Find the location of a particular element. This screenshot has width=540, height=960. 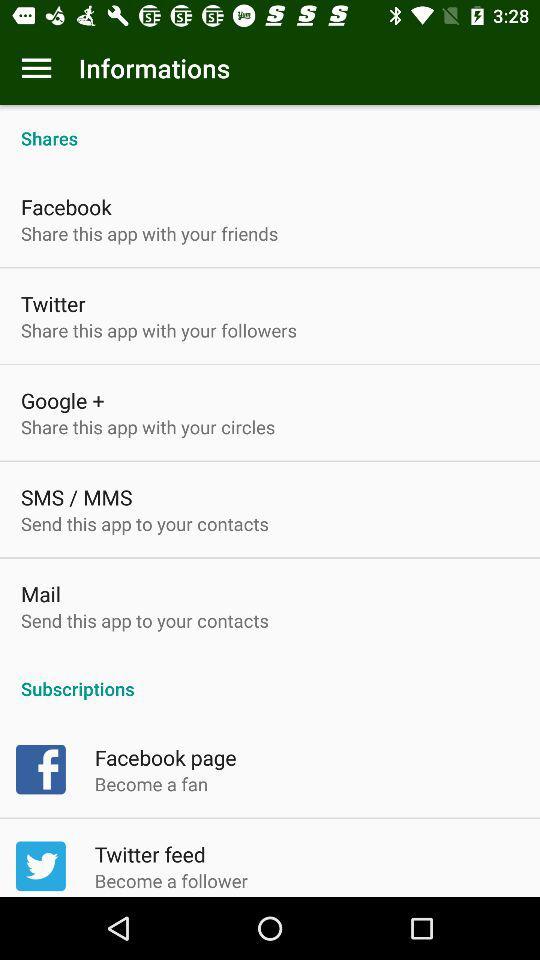

shares icon is located at coordinates (270, 126).